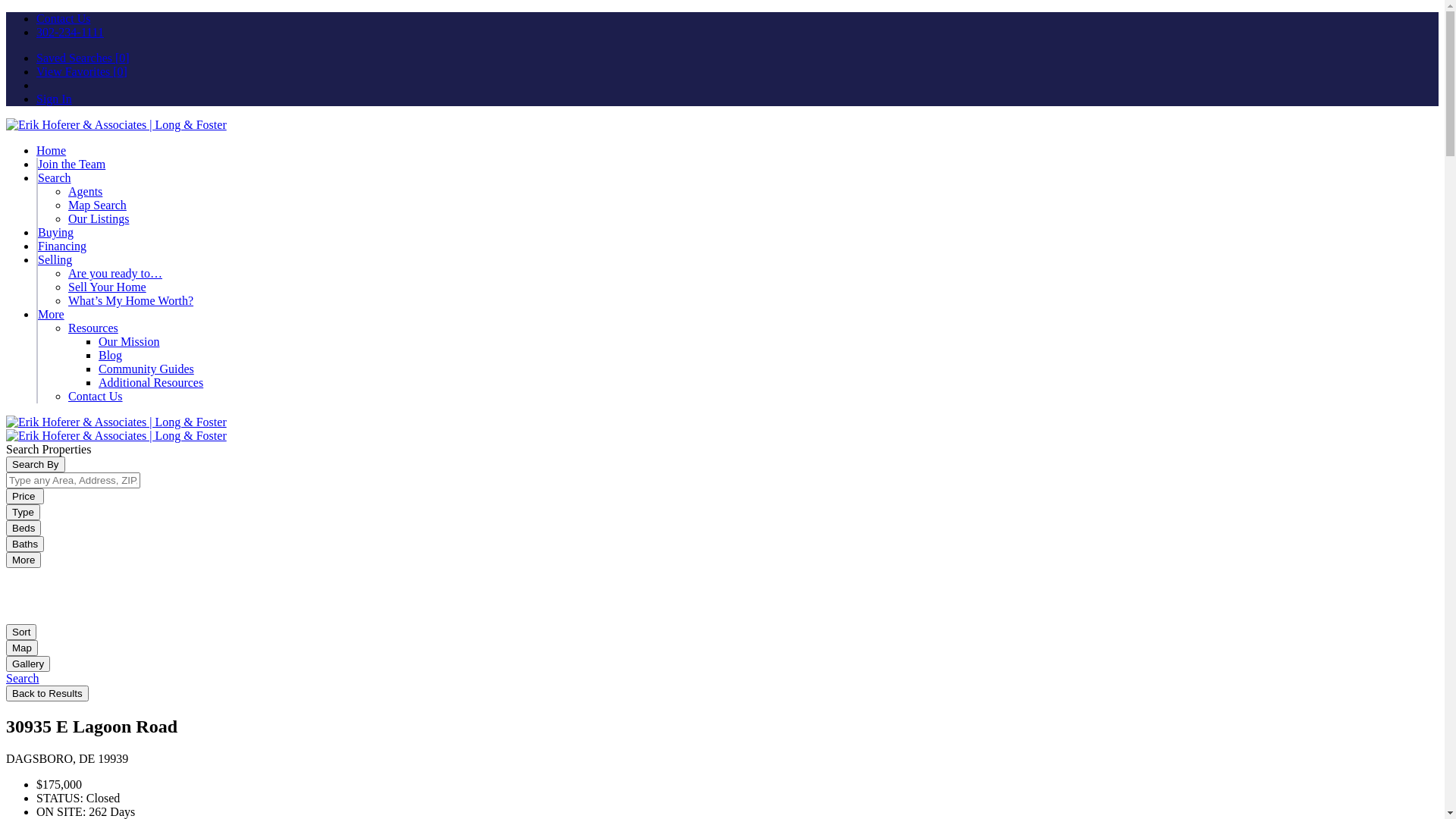 This screenshot has width=1456, height=819. Describe the element at coordinates (146, 369) in the screenshot. I see `'Community Guides'` at that location.